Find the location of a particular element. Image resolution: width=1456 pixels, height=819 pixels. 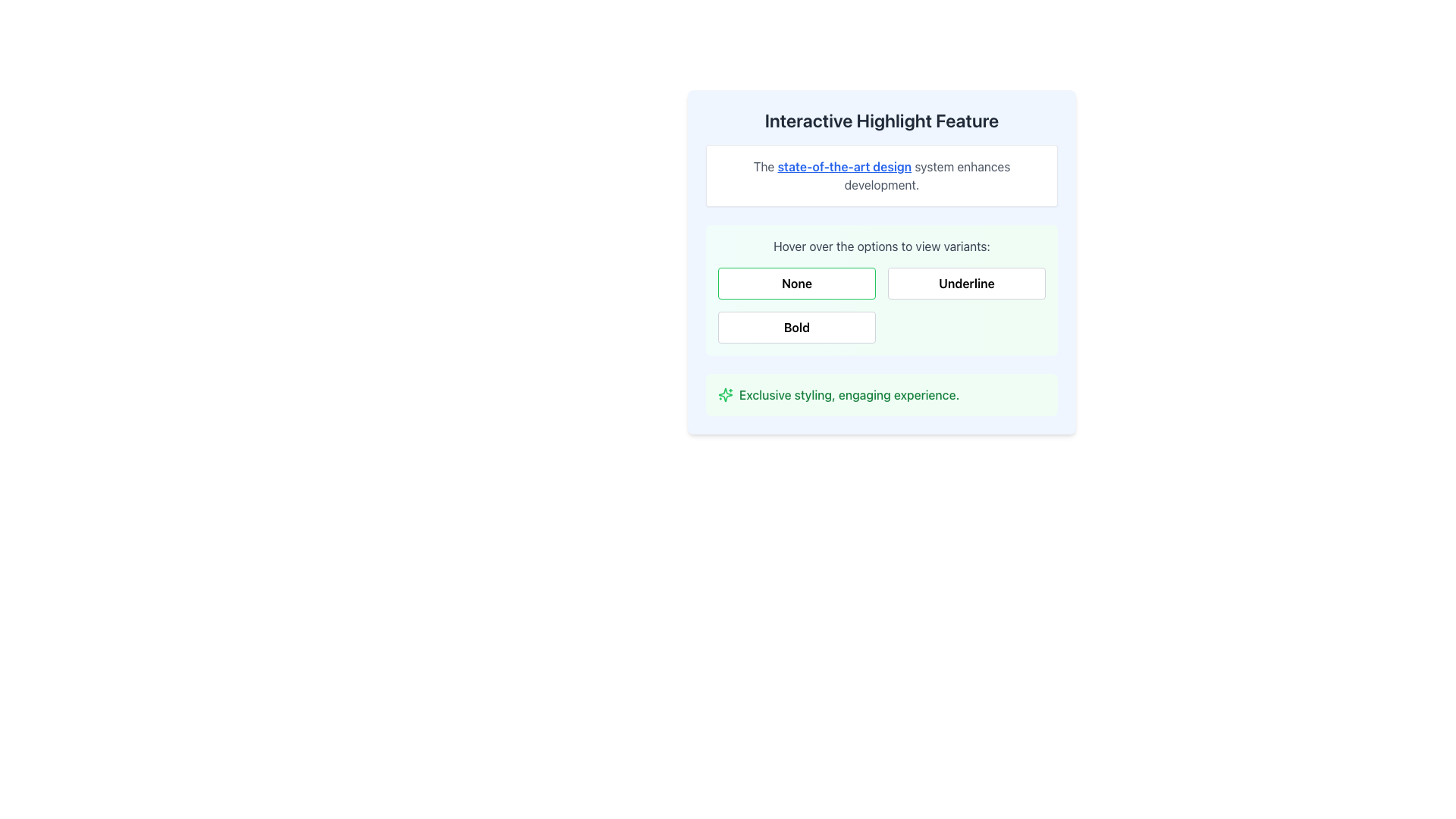

the sparkles icon, which is styled with green color and outlined design, located on the left of the text 'Exclusive styling, engaging experience.' is located at coordinates (724, 394).